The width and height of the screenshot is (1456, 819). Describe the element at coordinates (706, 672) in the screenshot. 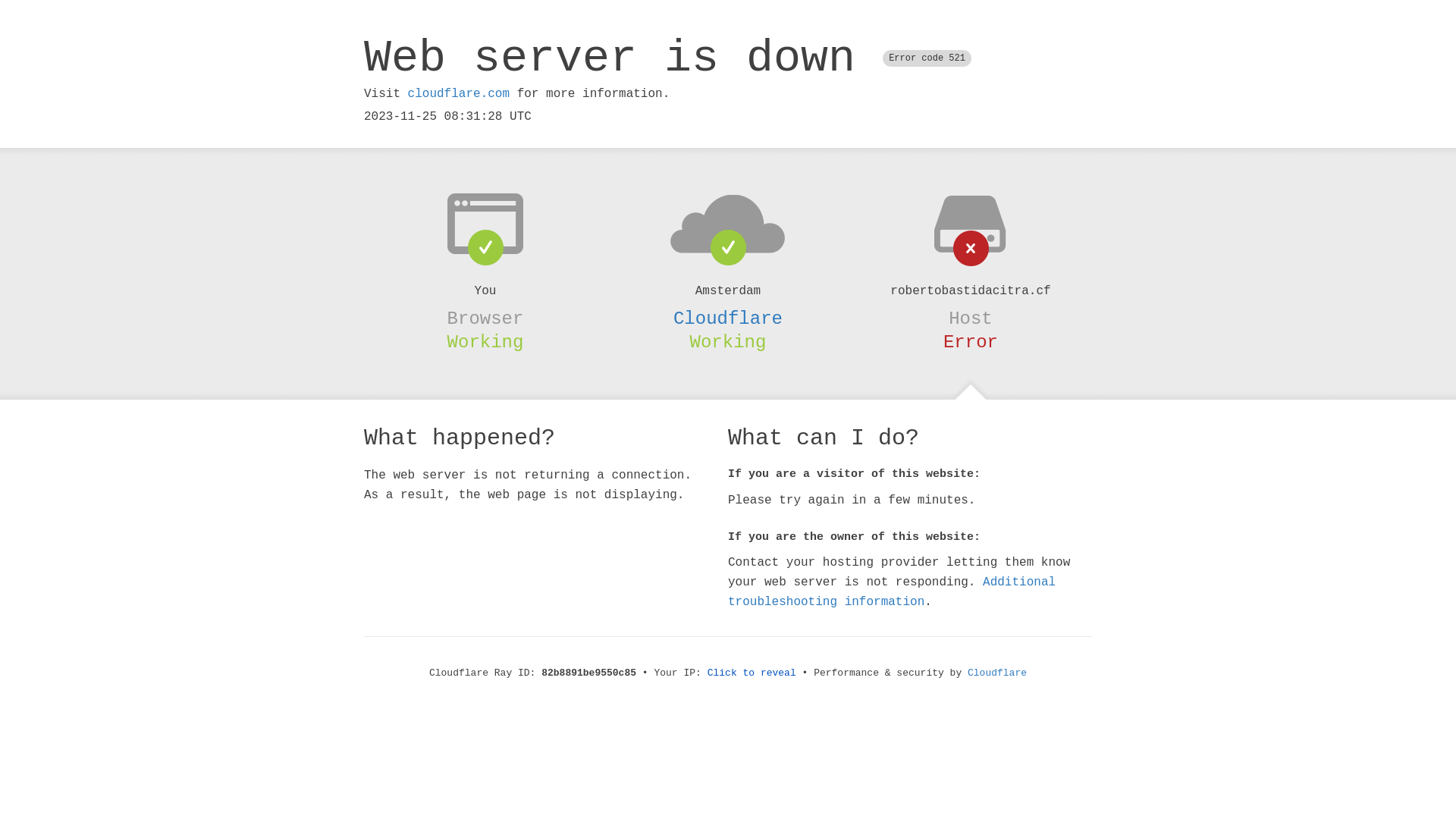

I see `'Click to reveal'` at that location.